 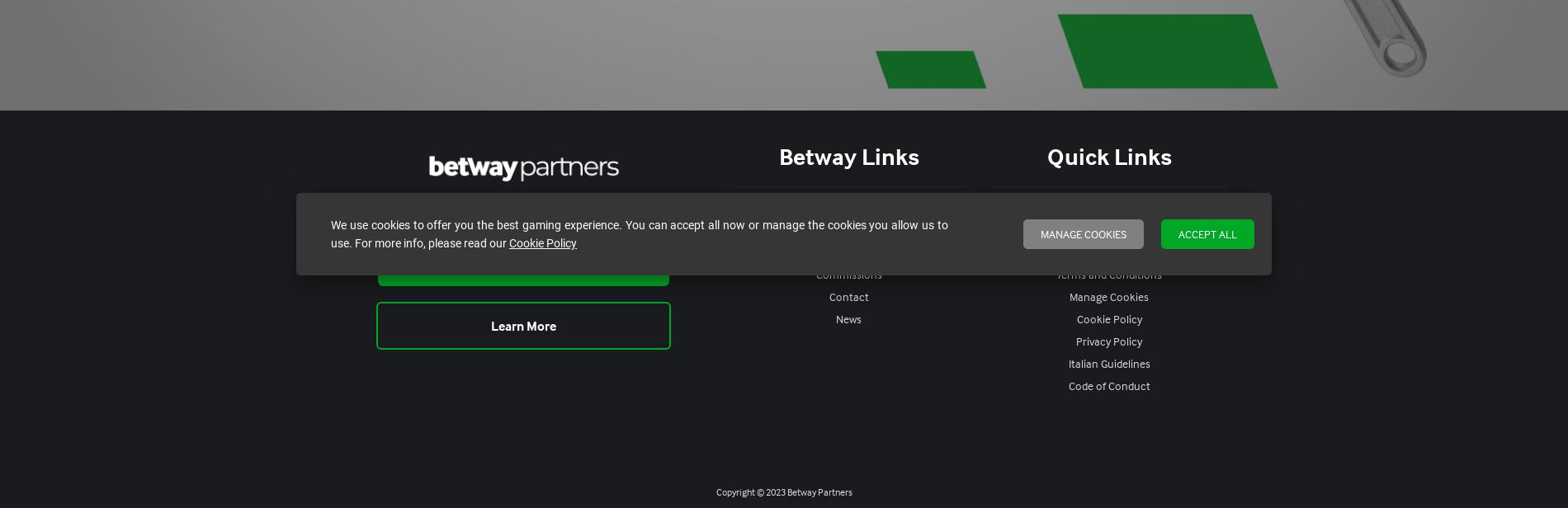 I want to click on 'We use cookies to offer you the best gaming experience. You can accept all now or manage the cookies you allow us to use. For more info, please read our', so click(x=639, y=233).